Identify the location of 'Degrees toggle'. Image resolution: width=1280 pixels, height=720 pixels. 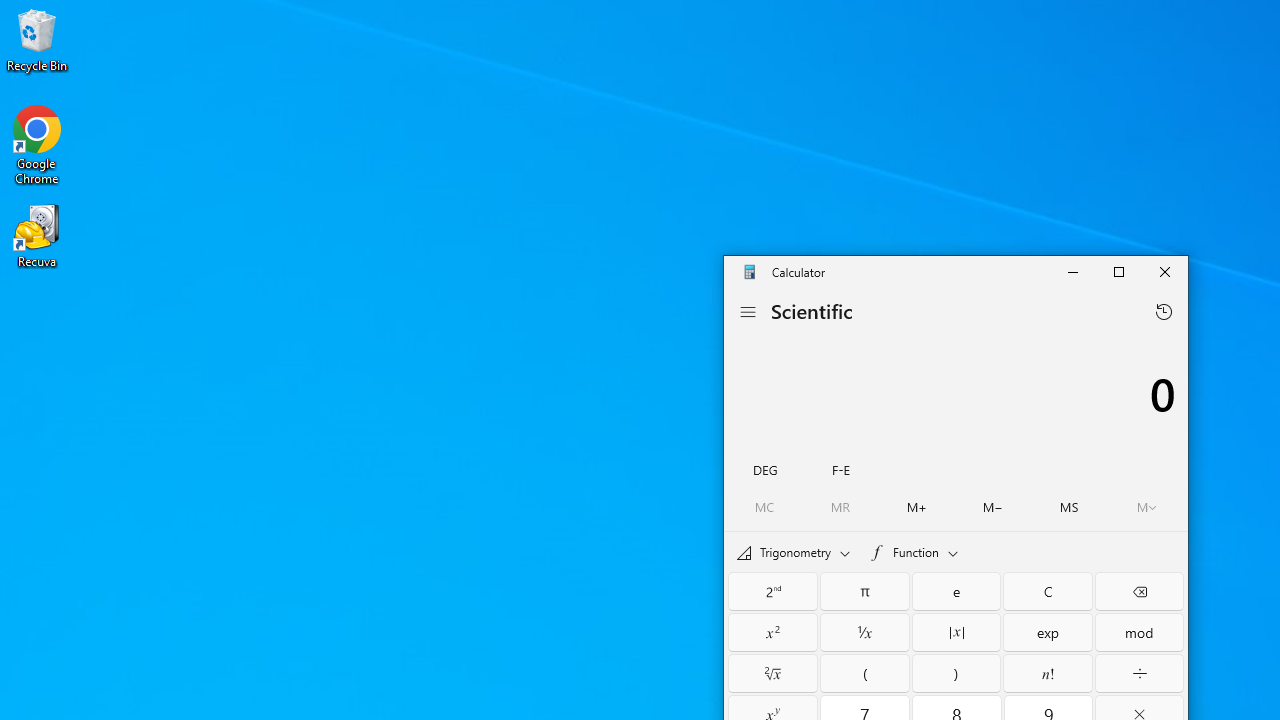
(764, 468).